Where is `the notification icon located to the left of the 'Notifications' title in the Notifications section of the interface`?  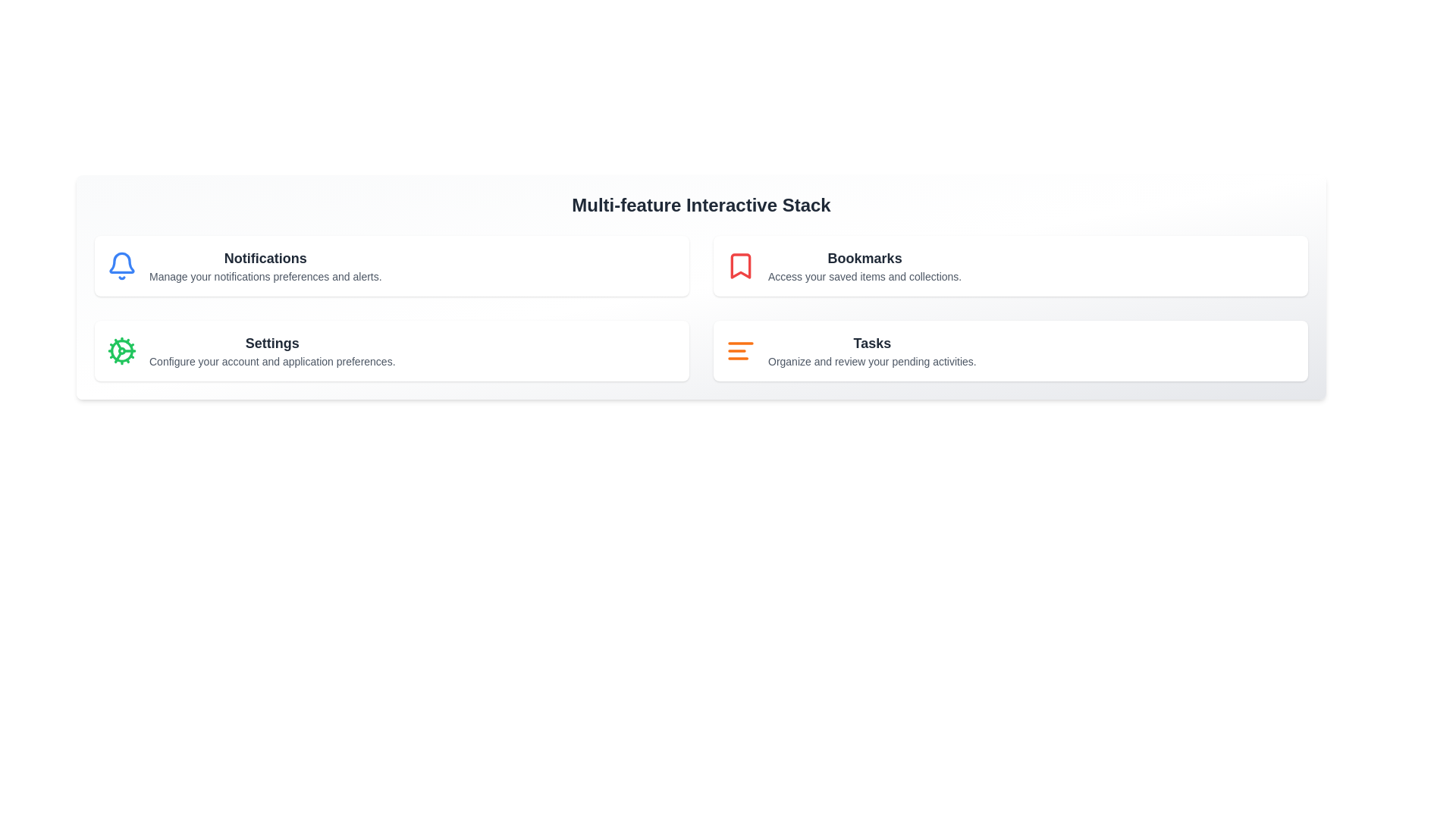
the notification icon located to the left of the 'Notifications' title in the Notifications section of the interface is located at coordinates (122, 265).